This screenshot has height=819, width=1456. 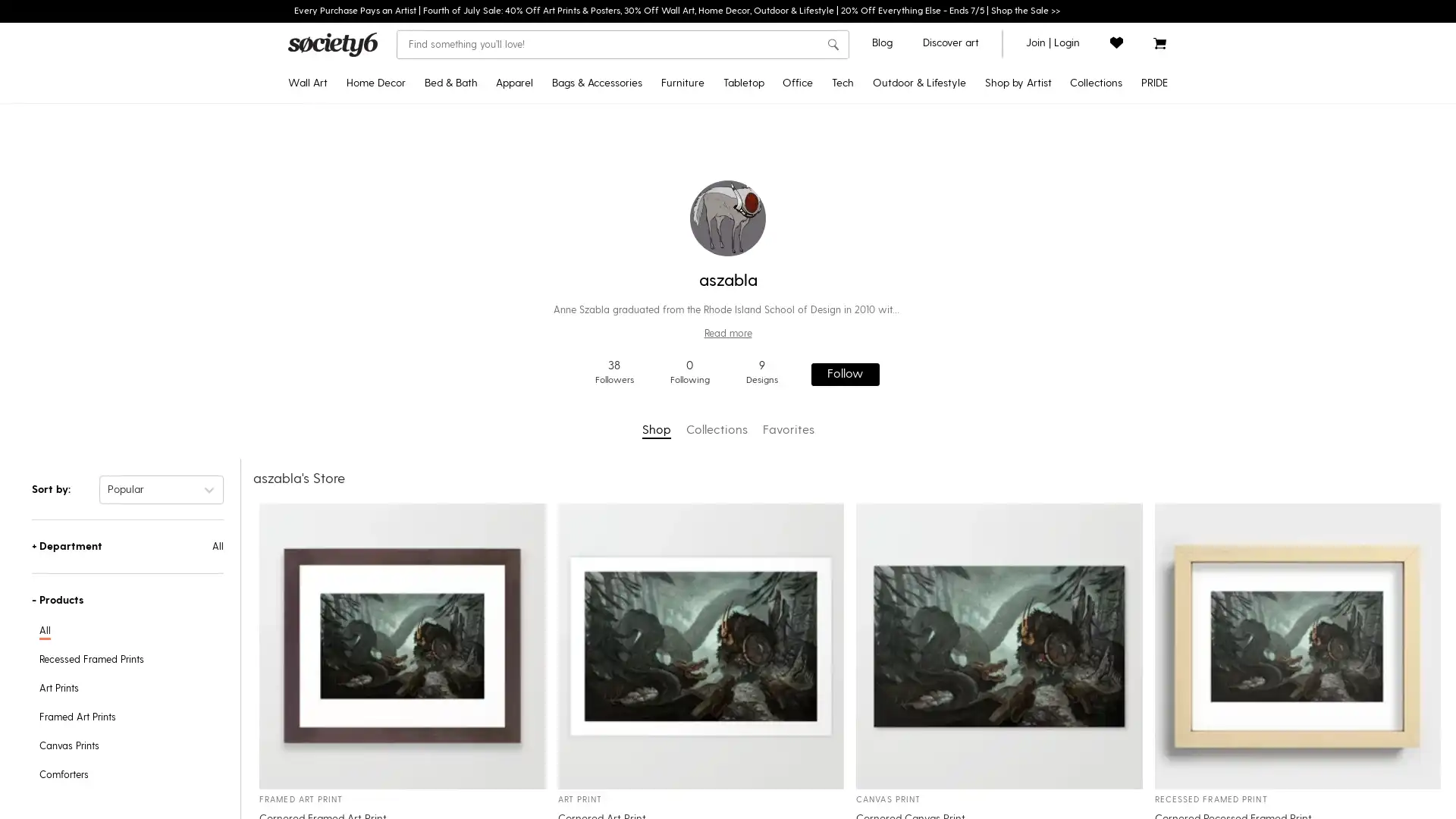 What do you see at coordinates (607, 121) in the screenshot?
I see `Tote Bags` at bounding box center [607, 121].